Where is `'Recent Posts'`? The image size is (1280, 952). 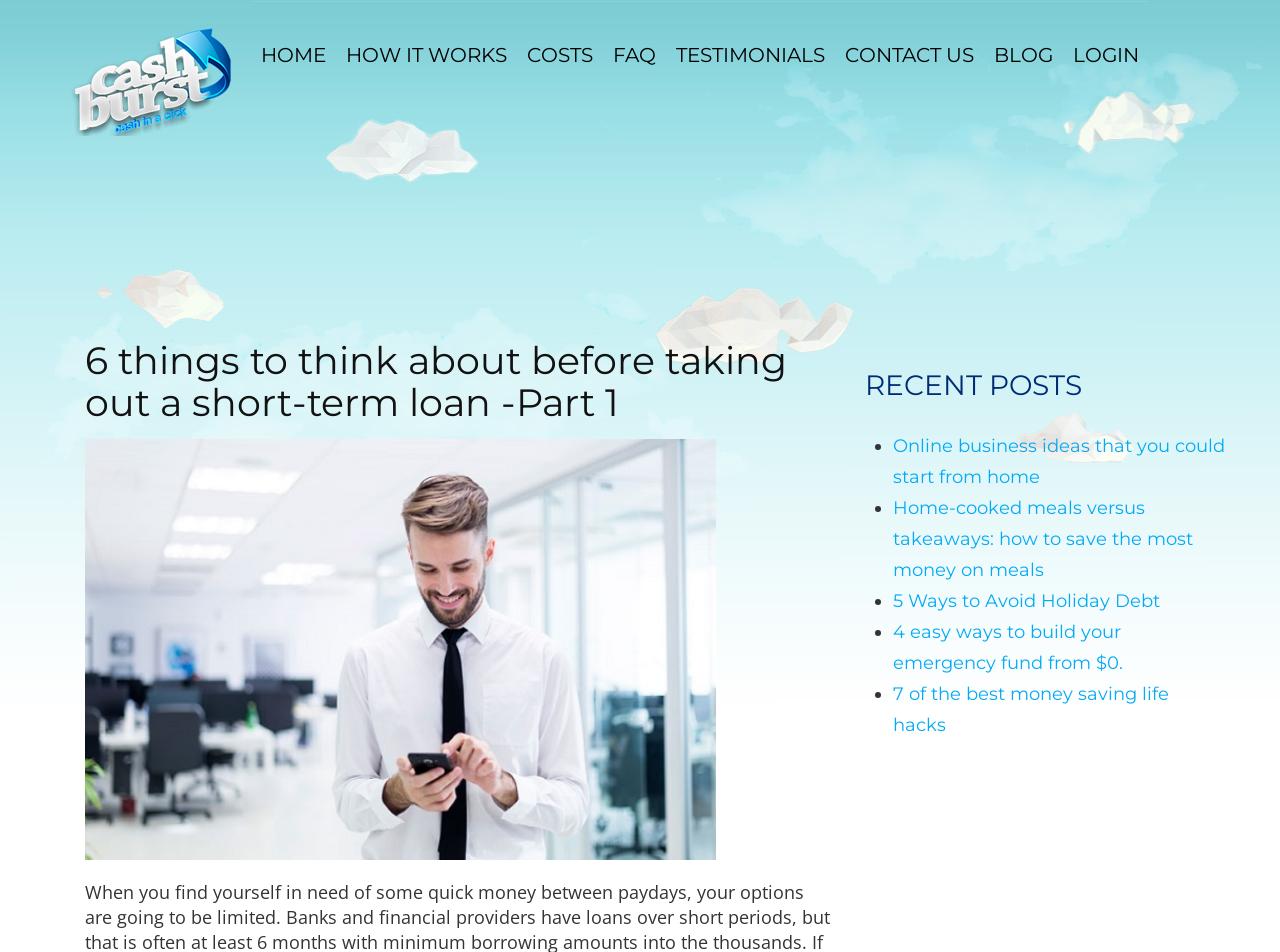 'Recent Posts' is located at coordinates (973, 384).